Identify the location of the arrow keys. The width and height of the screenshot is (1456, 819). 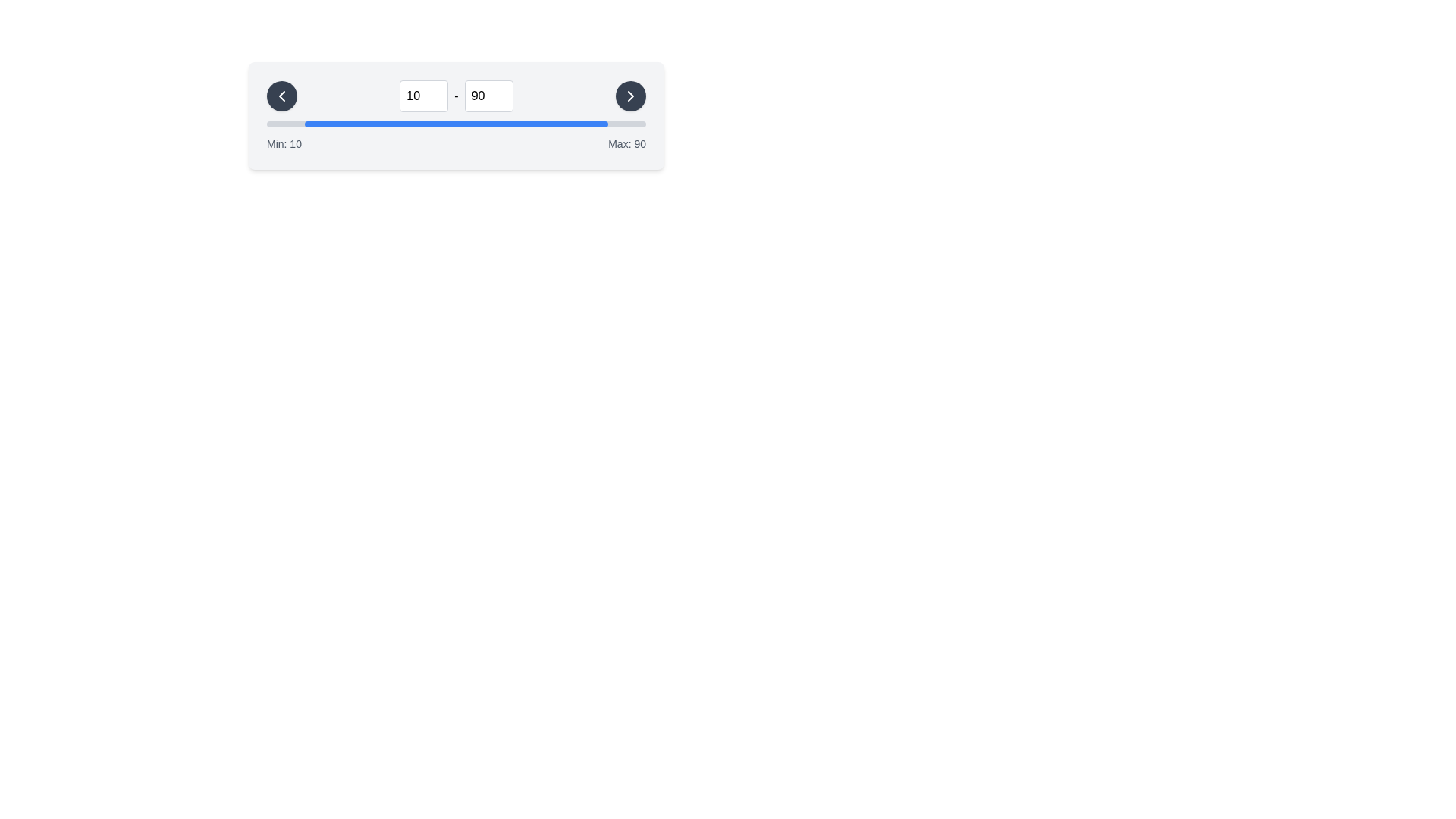
(488, 96).